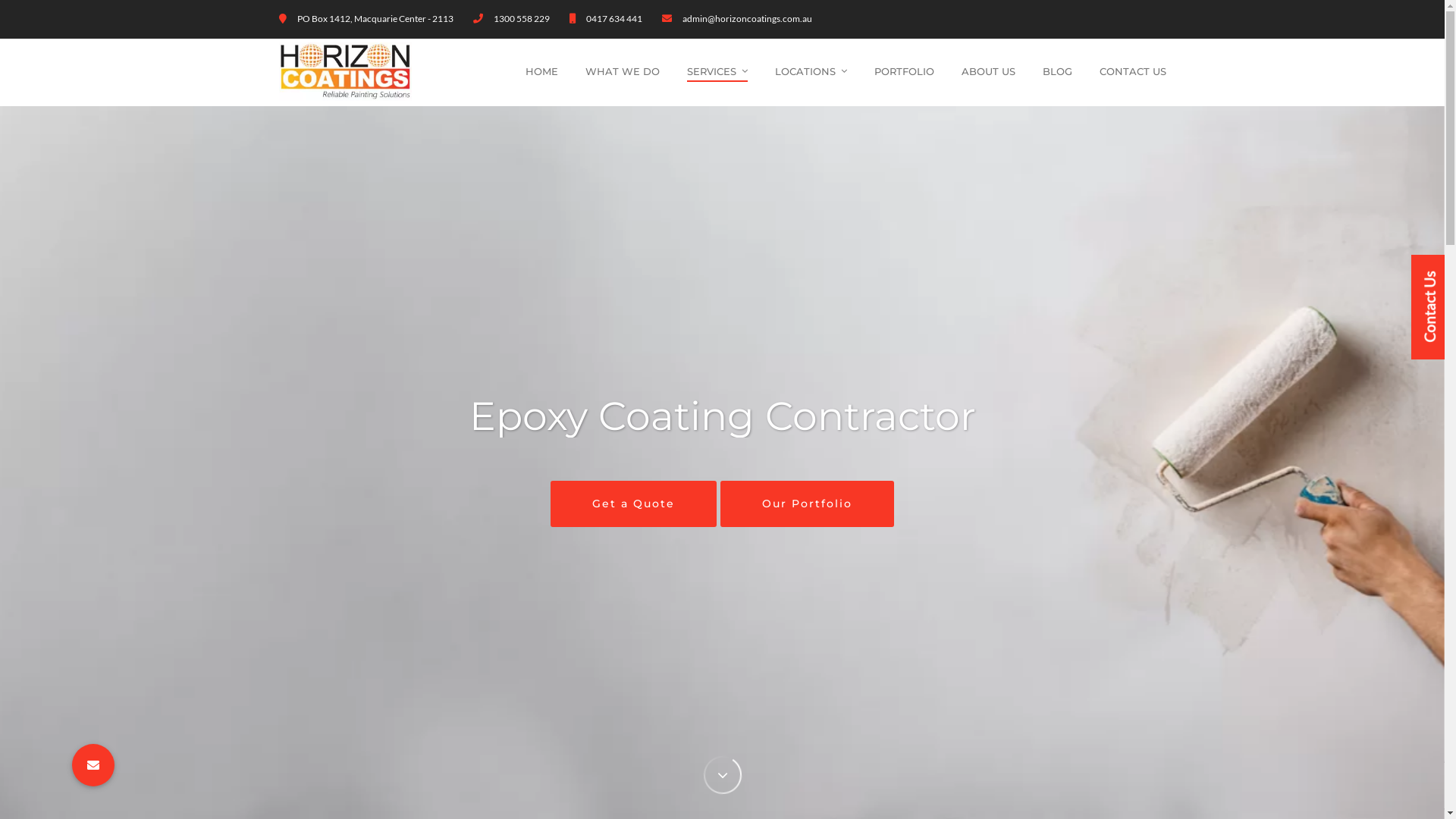  I want to click on 'CONTACT US', so click(1132, 71).